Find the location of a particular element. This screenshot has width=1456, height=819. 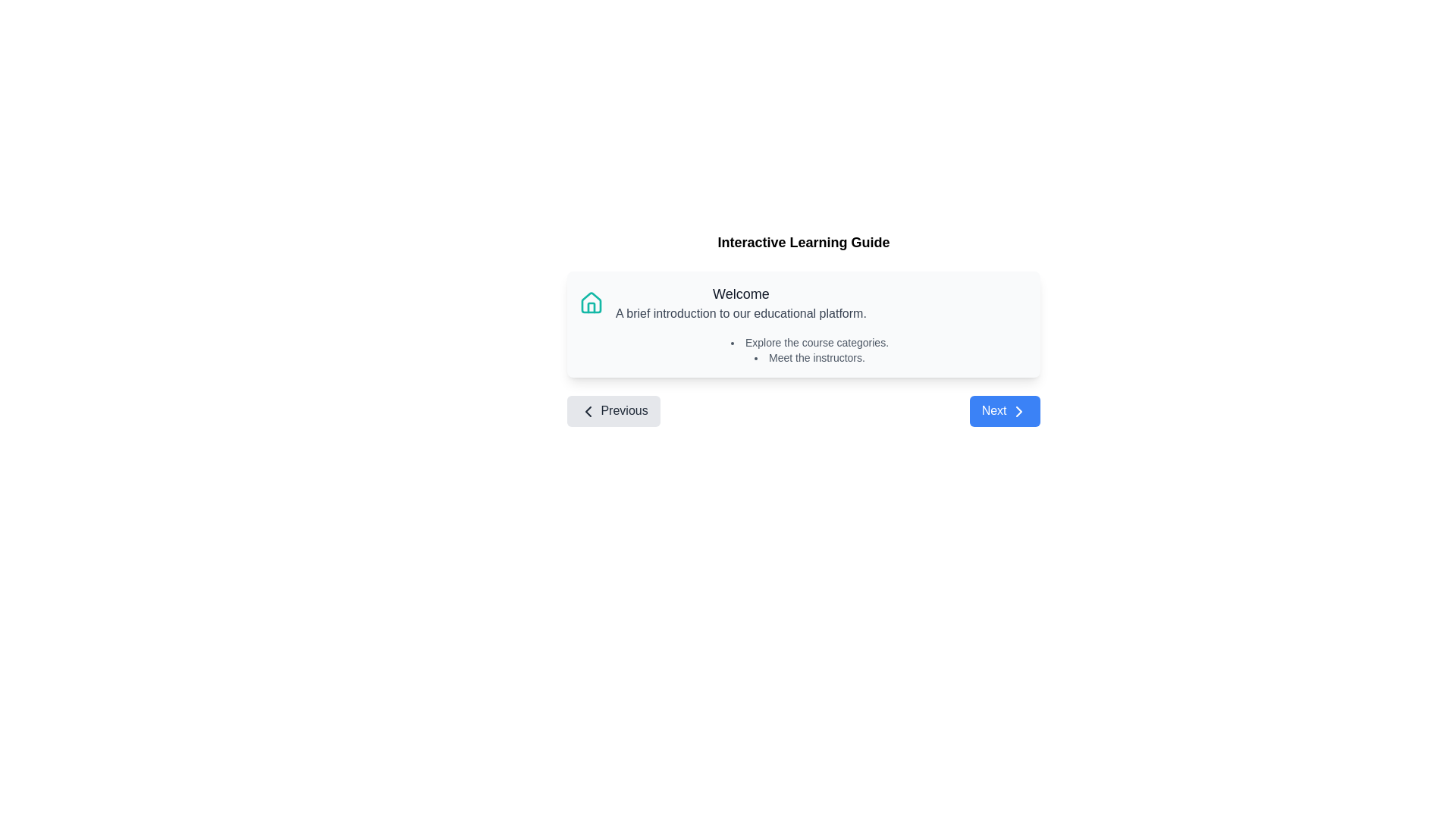

the static text element styled as a list item that serves as a point of information or navigation prompt, located in the second position of a bulleted list within a central panel is located at coordinates (809, 357).